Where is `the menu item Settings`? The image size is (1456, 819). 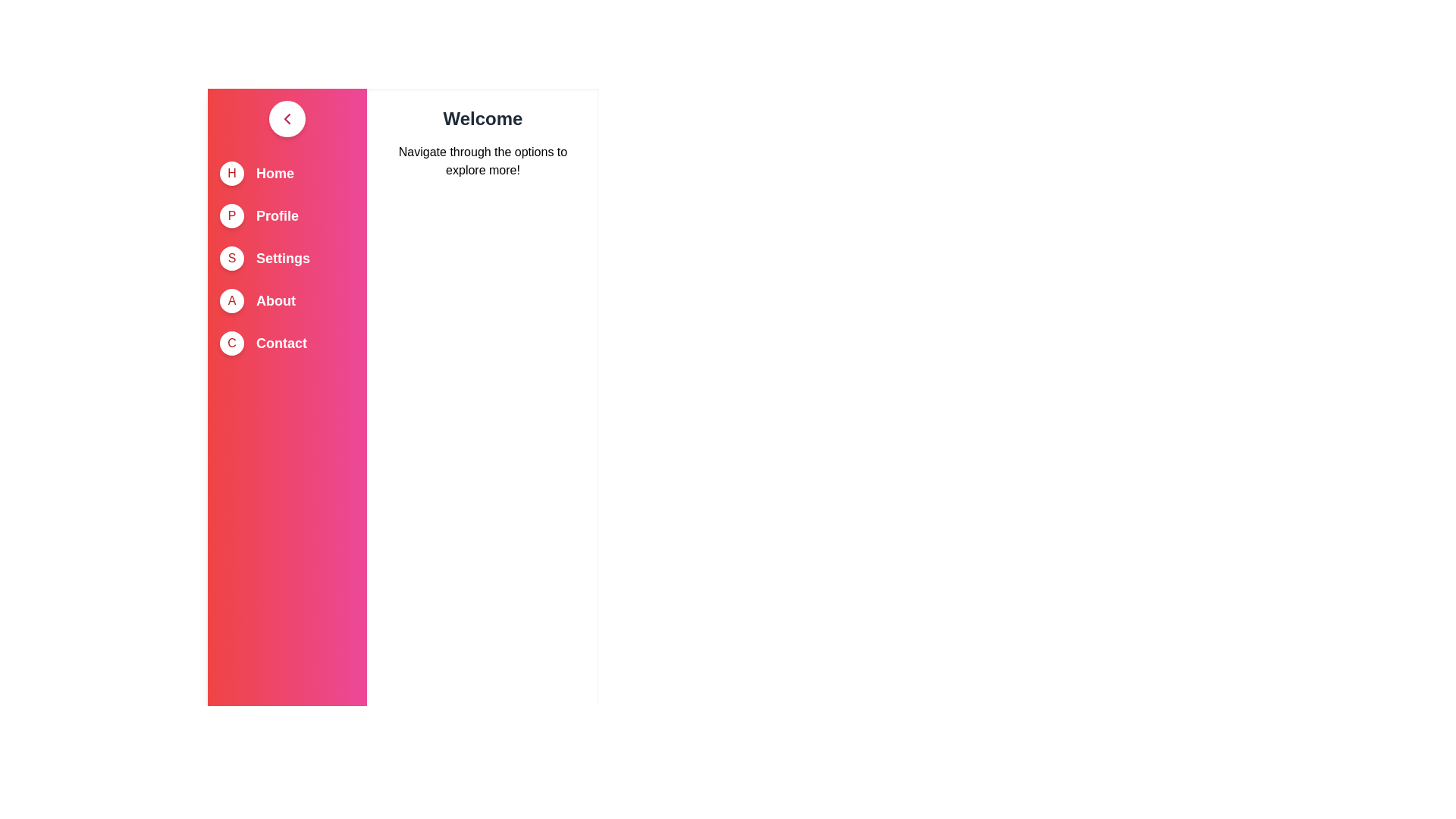
the menu item Settings is located at coordinates (283, 257).